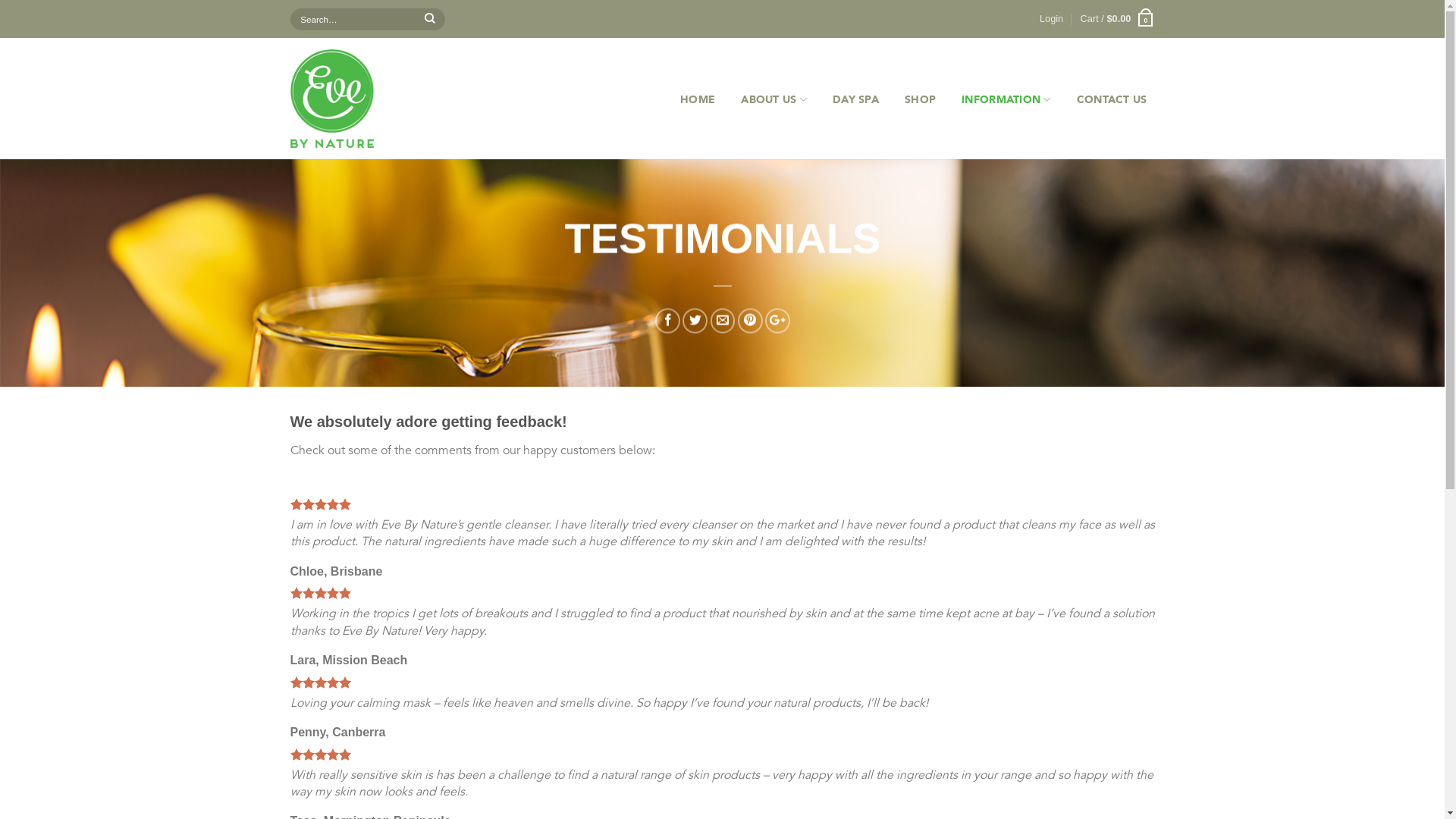 The height and width of the screenshot is (819, 1456). I want to click on 'DAY SPA', so click(855, 99).